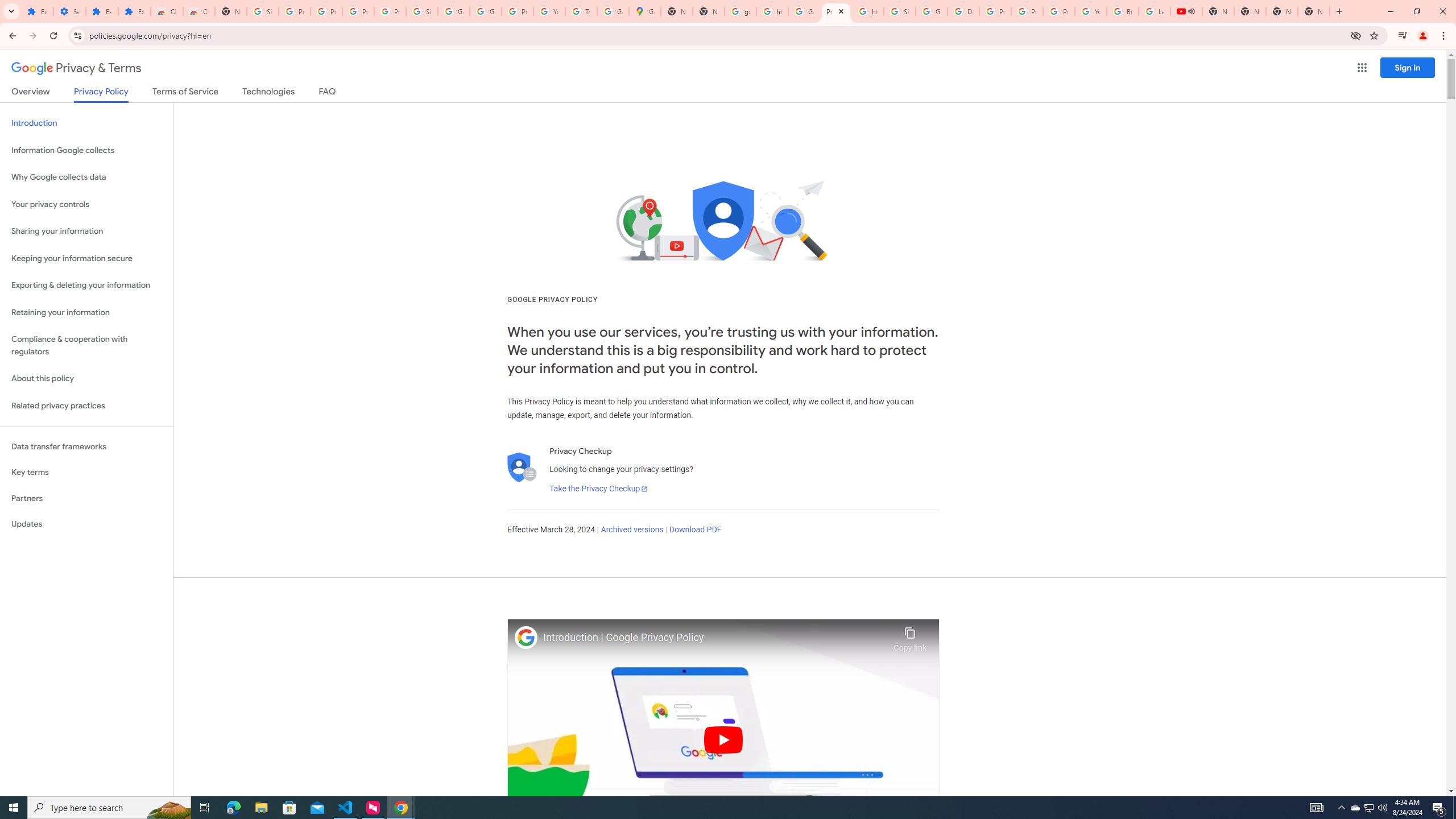 The height and width of the screenshot is (819, 1456). I want to click on 'Archived versions', so click(631, 529).